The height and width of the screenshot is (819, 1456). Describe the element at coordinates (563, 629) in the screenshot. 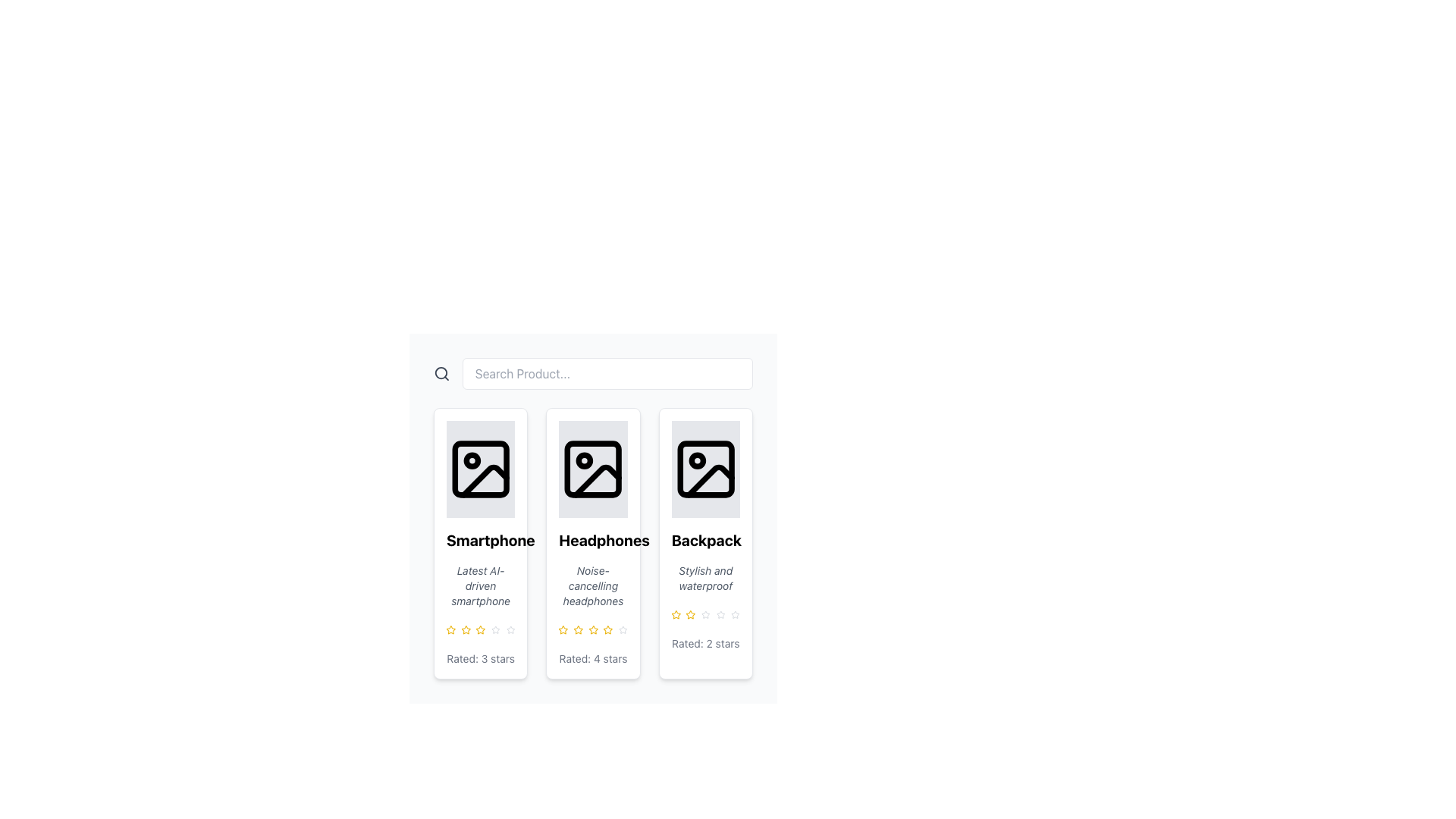

I see `the second yellow star icon in the rating system beneath the 'Headphones' card` at that location.